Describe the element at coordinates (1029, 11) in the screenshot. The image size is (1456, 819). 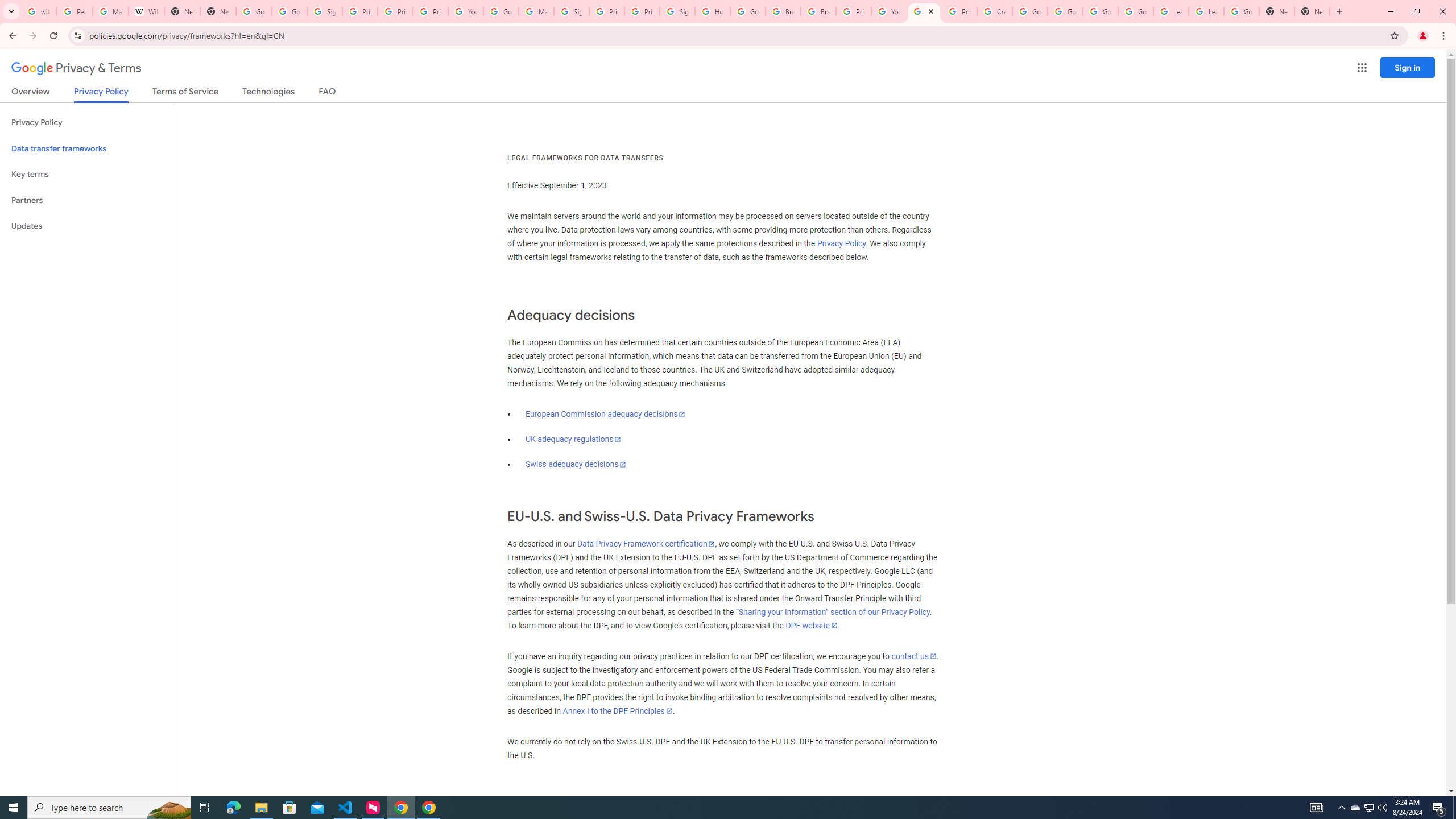
I see `'Google Account Help'` at that location.